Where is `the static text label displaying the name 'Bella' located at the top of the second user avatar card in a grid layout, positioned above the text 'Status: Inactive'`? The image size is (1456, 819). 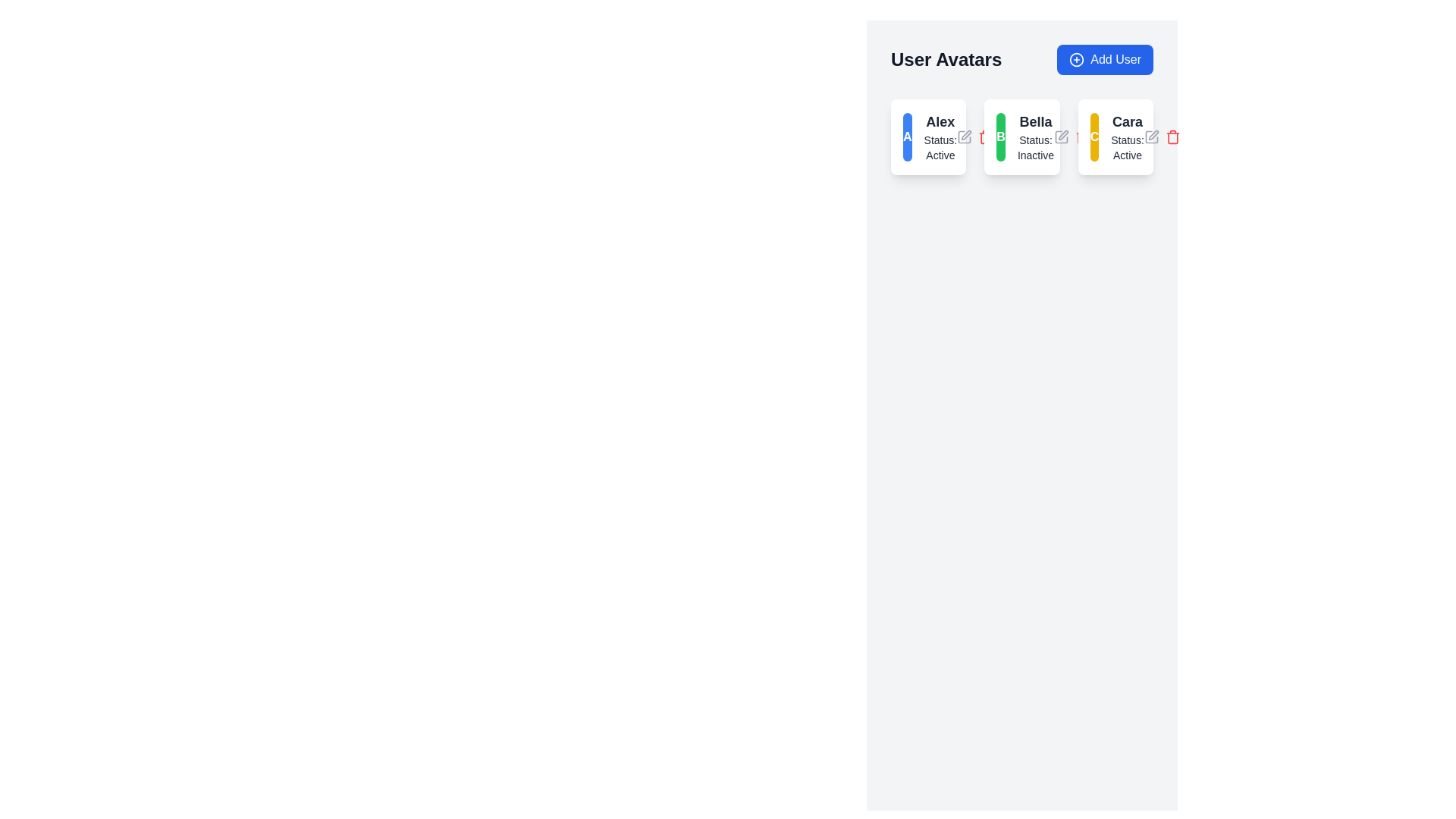 the static text label displaying the name 'Bella' located at the top of the second user avatar card in a grid layout, positioned above the text 'Status: Inactive' is located at coordinates (1035, 121).